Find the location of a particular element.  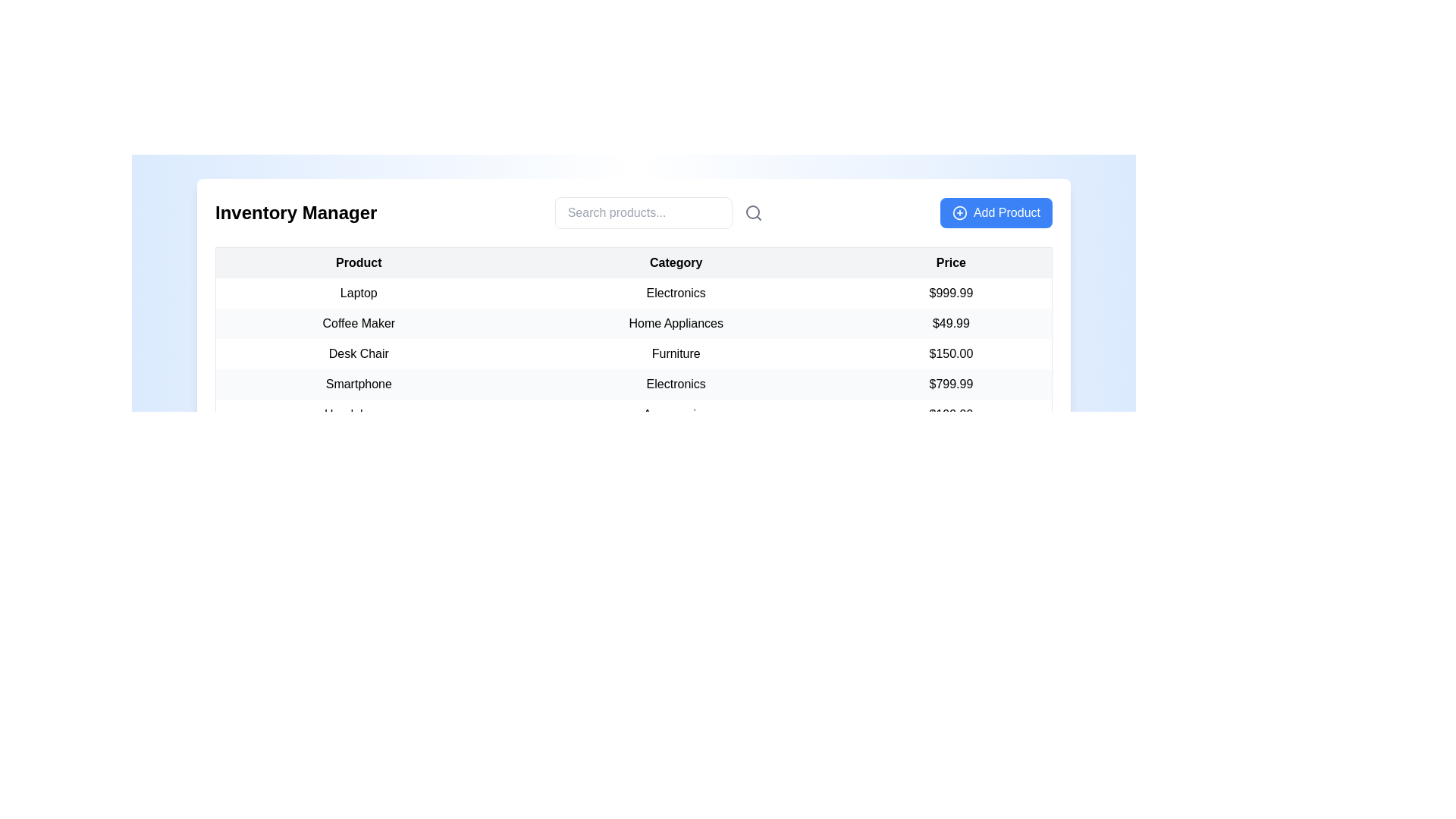

price text from the Label located in the third cell of the row under the 'Price' column, which is beside the 'Category' column containing 'Electronics' and the 'Product' column containing 'Laptop' is located at coordinates (950, 293).